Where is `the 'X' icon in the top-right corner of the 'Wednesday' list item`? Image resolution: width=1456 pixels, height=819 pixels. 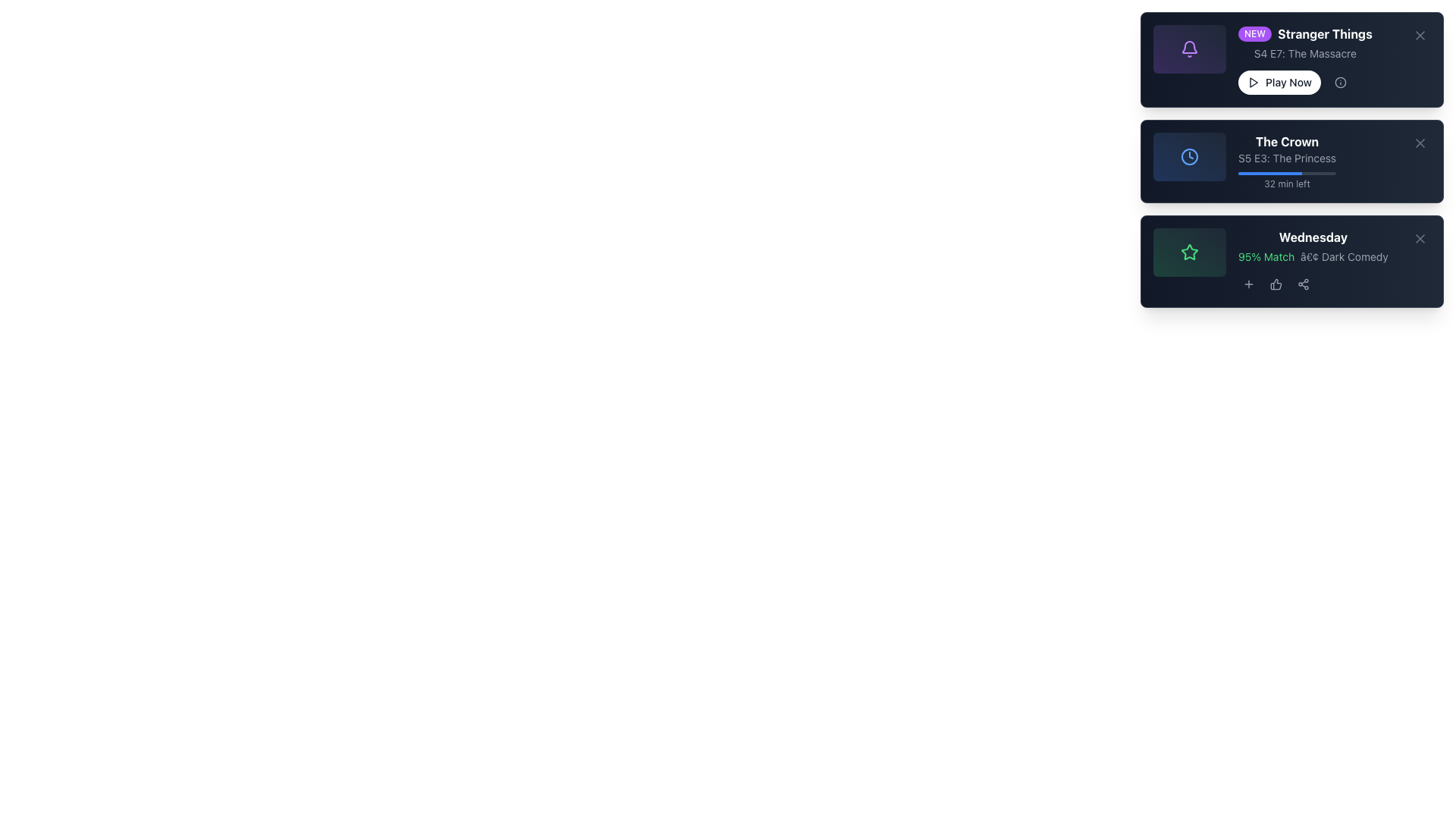
the 'X' icon in the top-right corner of the 'Wednesday' list item is located at coordinates (1419, 239).